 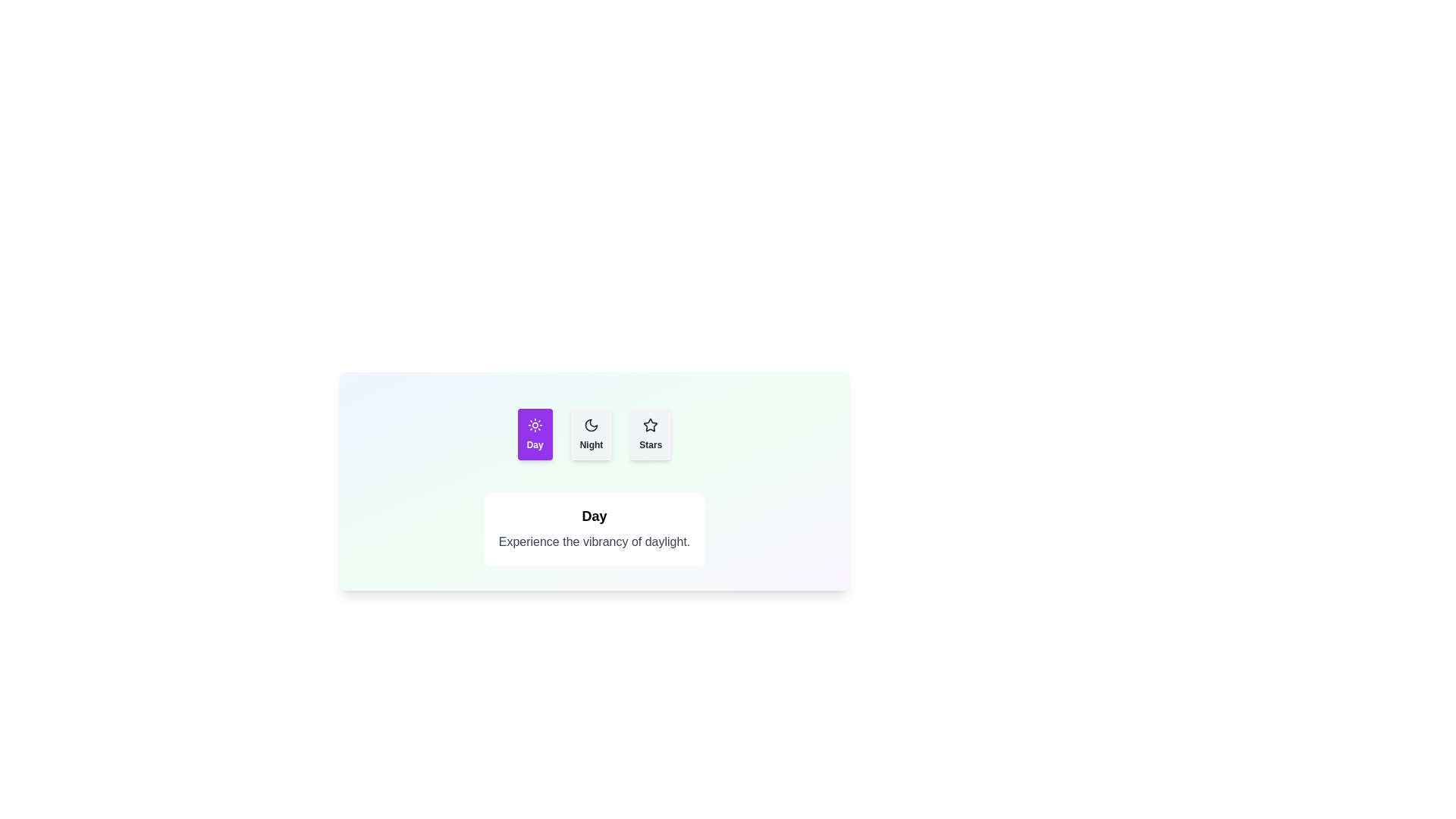 What do you see at coordinates (593, 541) in the screenshot?
I see `the description text of the active tab to select it` at bounding box center [593, 541].